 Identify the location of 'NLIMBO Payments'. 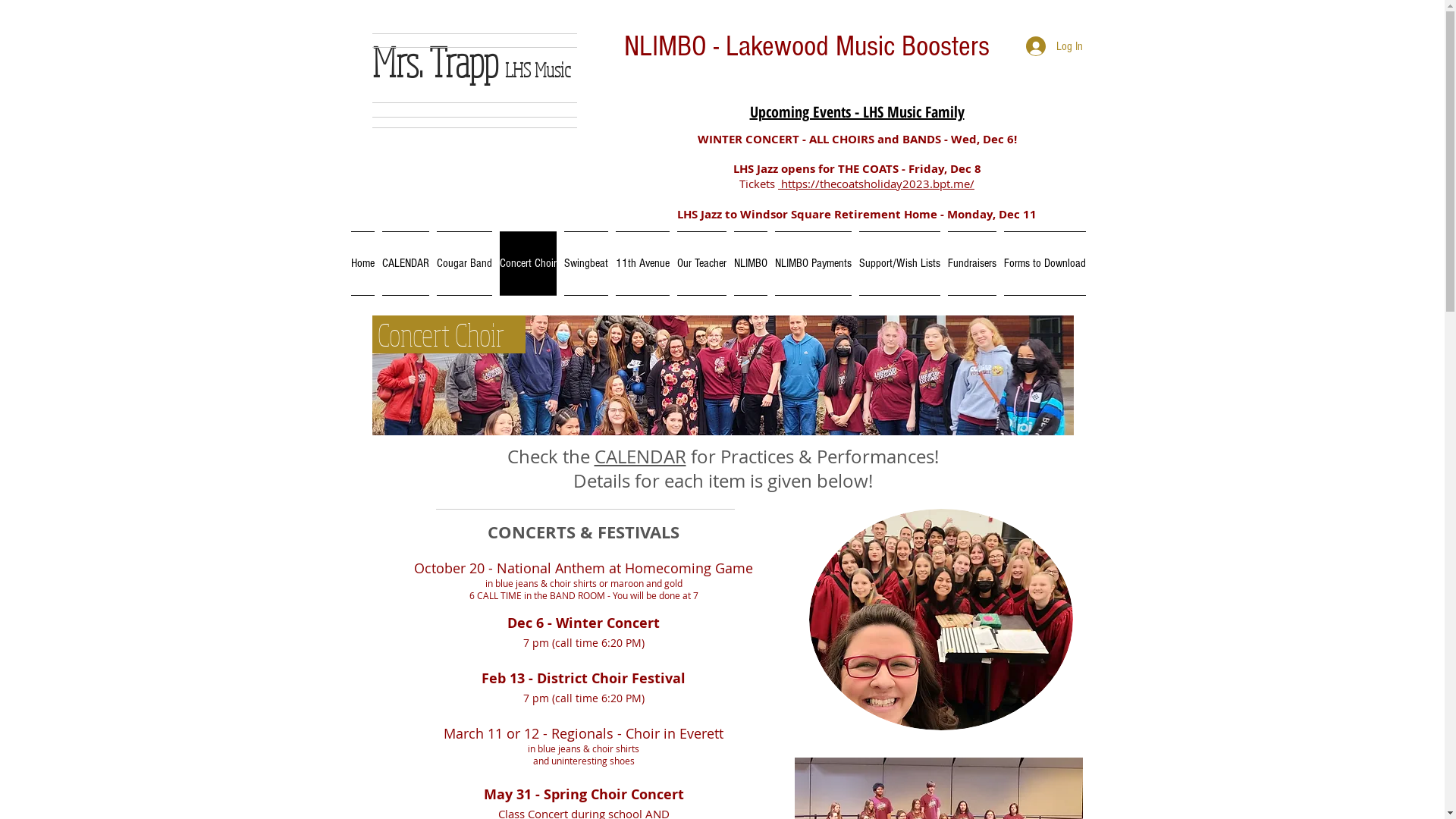
(811, 262).